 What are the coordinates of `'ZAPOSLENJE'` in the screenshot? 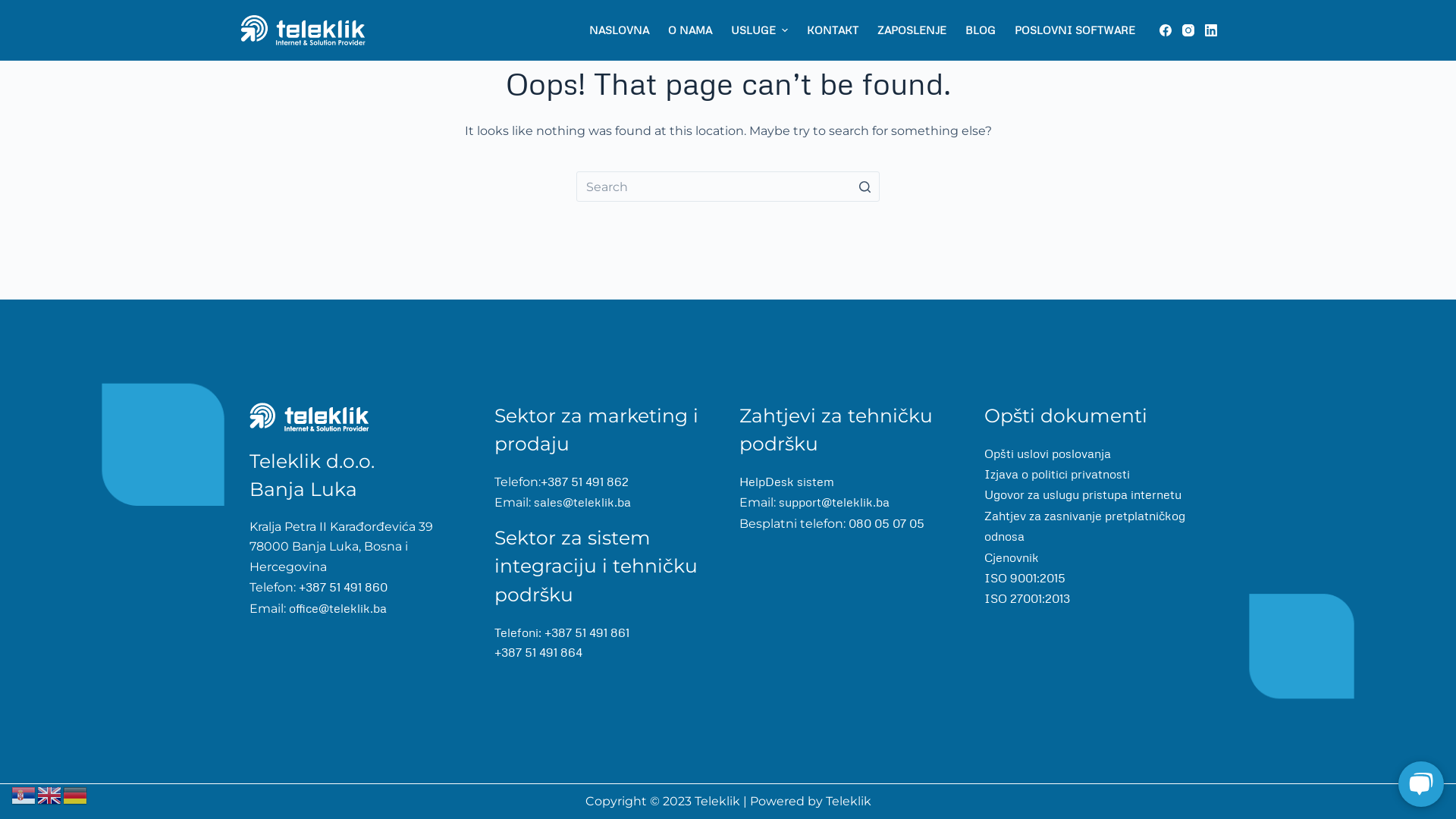 It's located at (867, 30).